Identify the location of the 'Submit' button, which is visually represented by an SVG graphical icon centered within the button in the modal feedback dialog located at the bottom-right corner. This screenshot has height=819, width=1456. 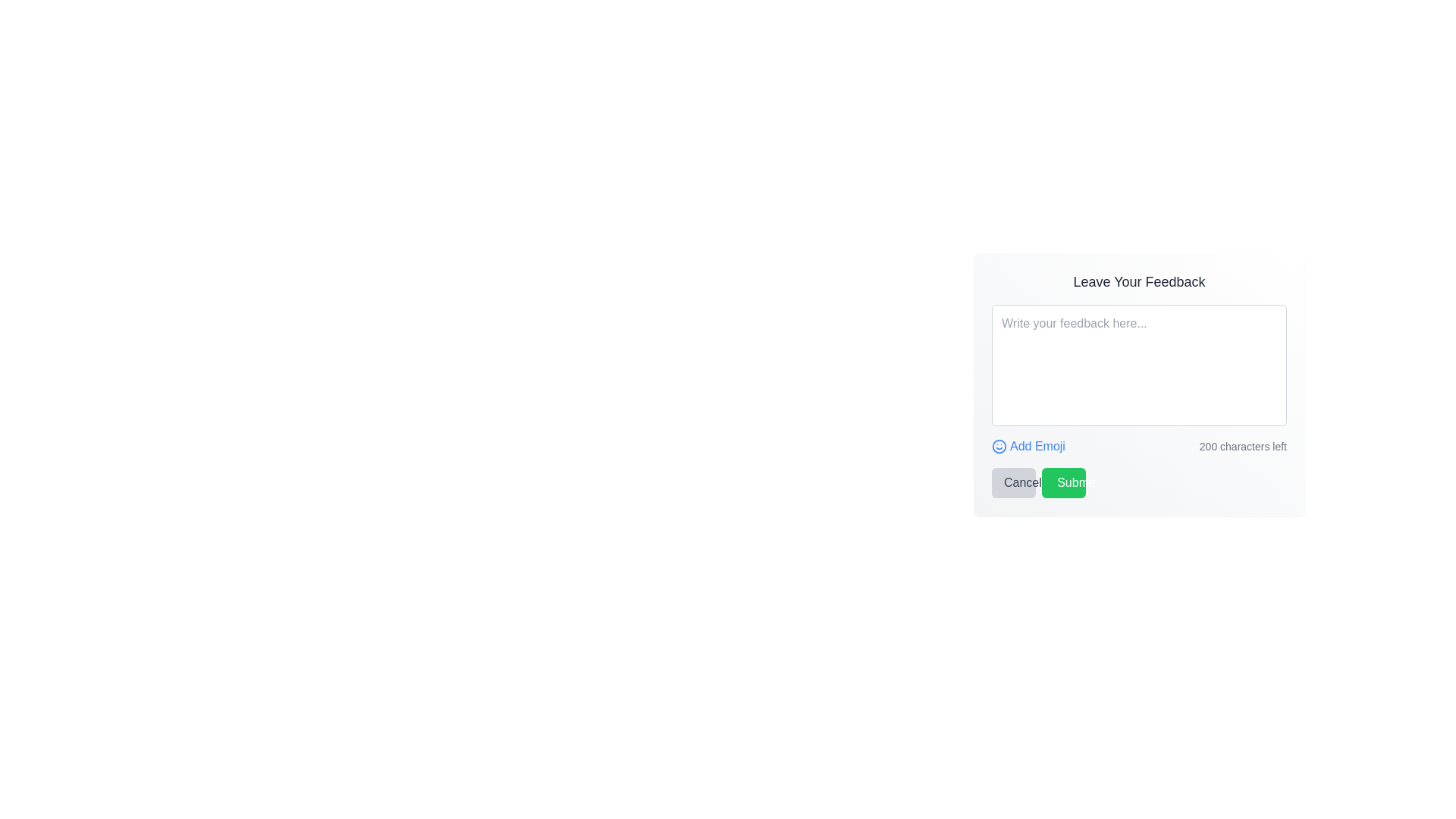
(1062, 485).